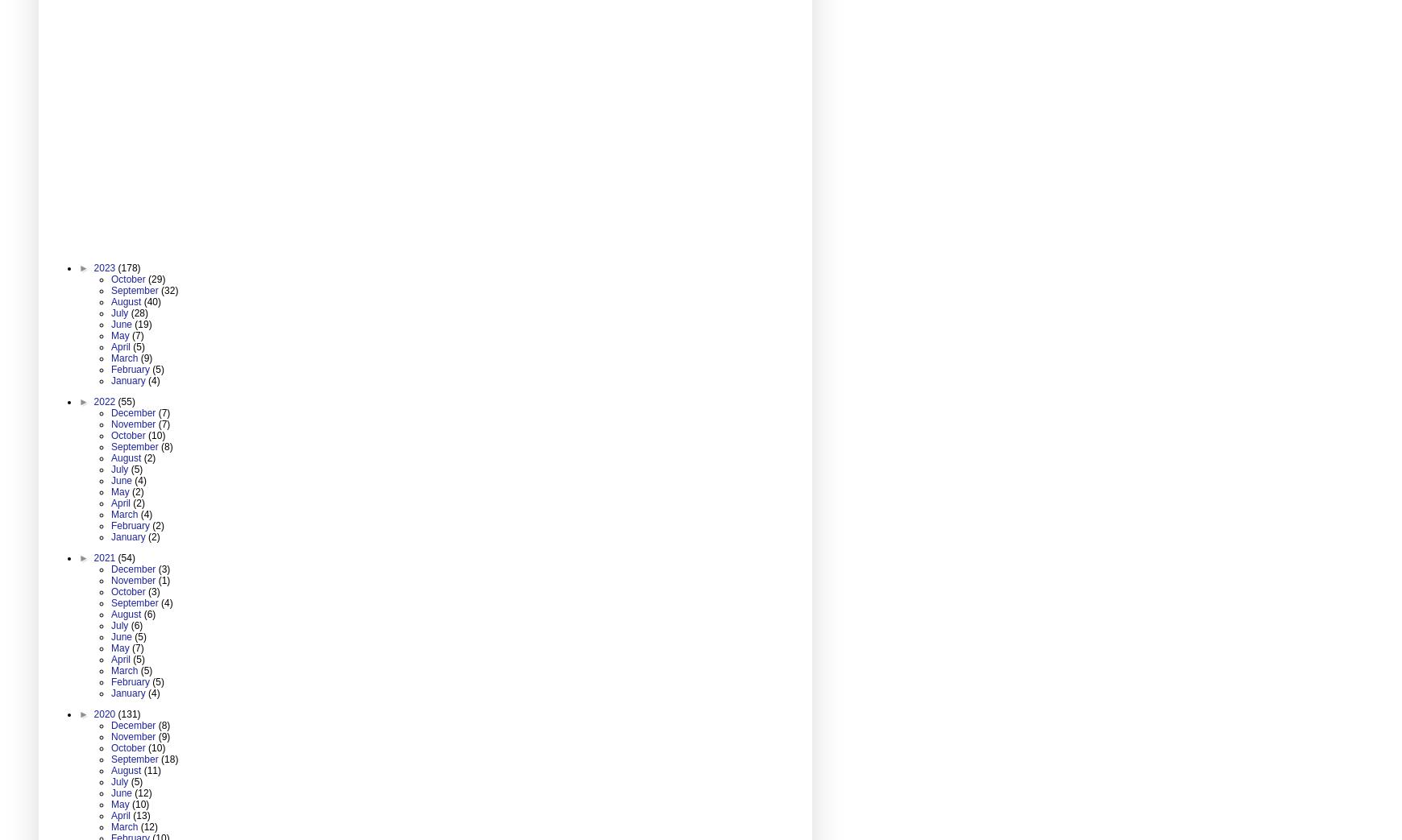  What do you see at coordinates (151, 301) in the screenshot?
I see `'(40)'` at bounding box center [151, 301].